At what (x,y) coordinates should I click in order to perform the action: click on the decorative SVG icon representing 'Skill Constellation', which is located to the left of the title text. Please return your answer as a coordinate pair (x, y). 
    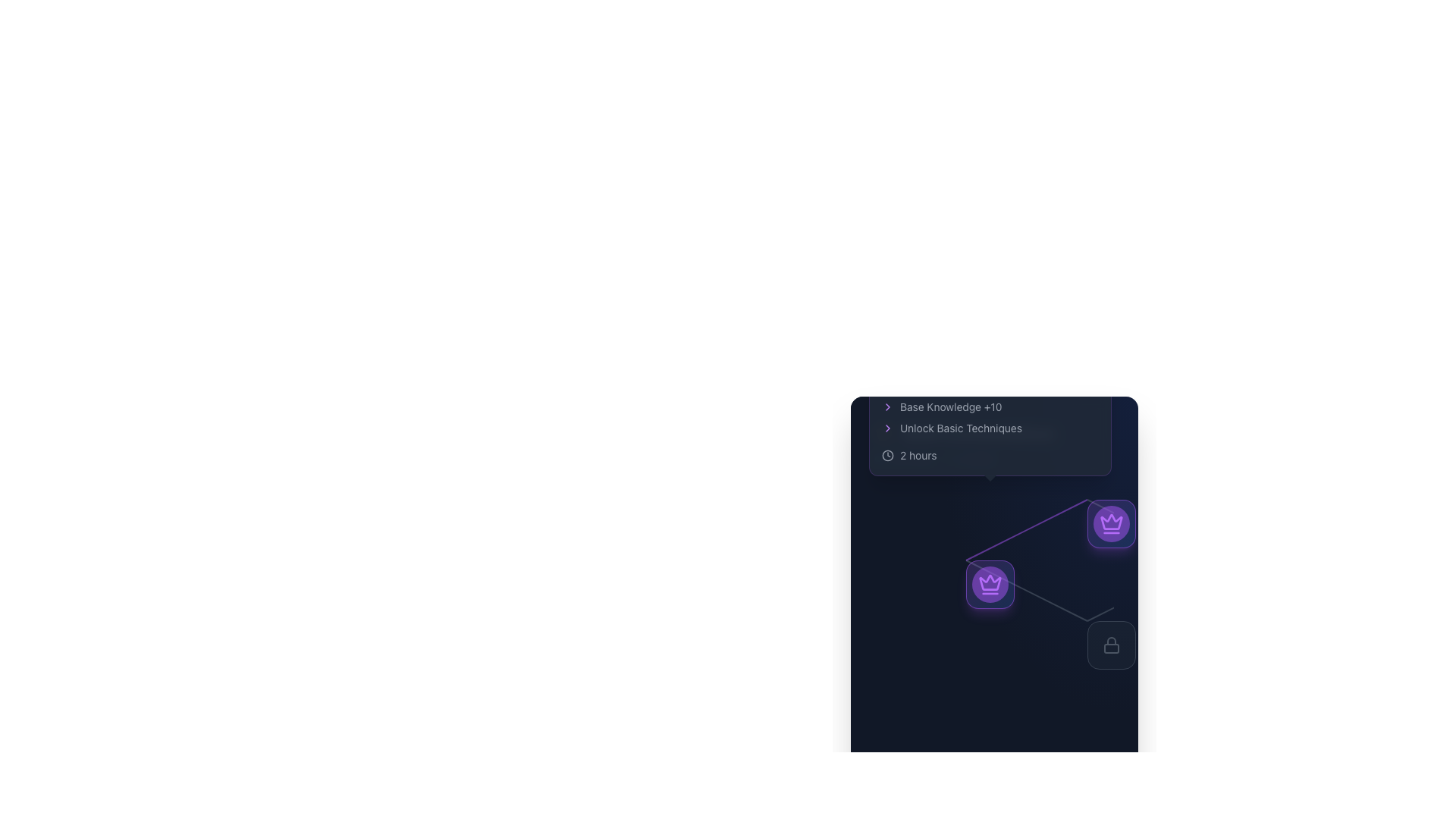
    Looking at the image, I should click on (884, 432).